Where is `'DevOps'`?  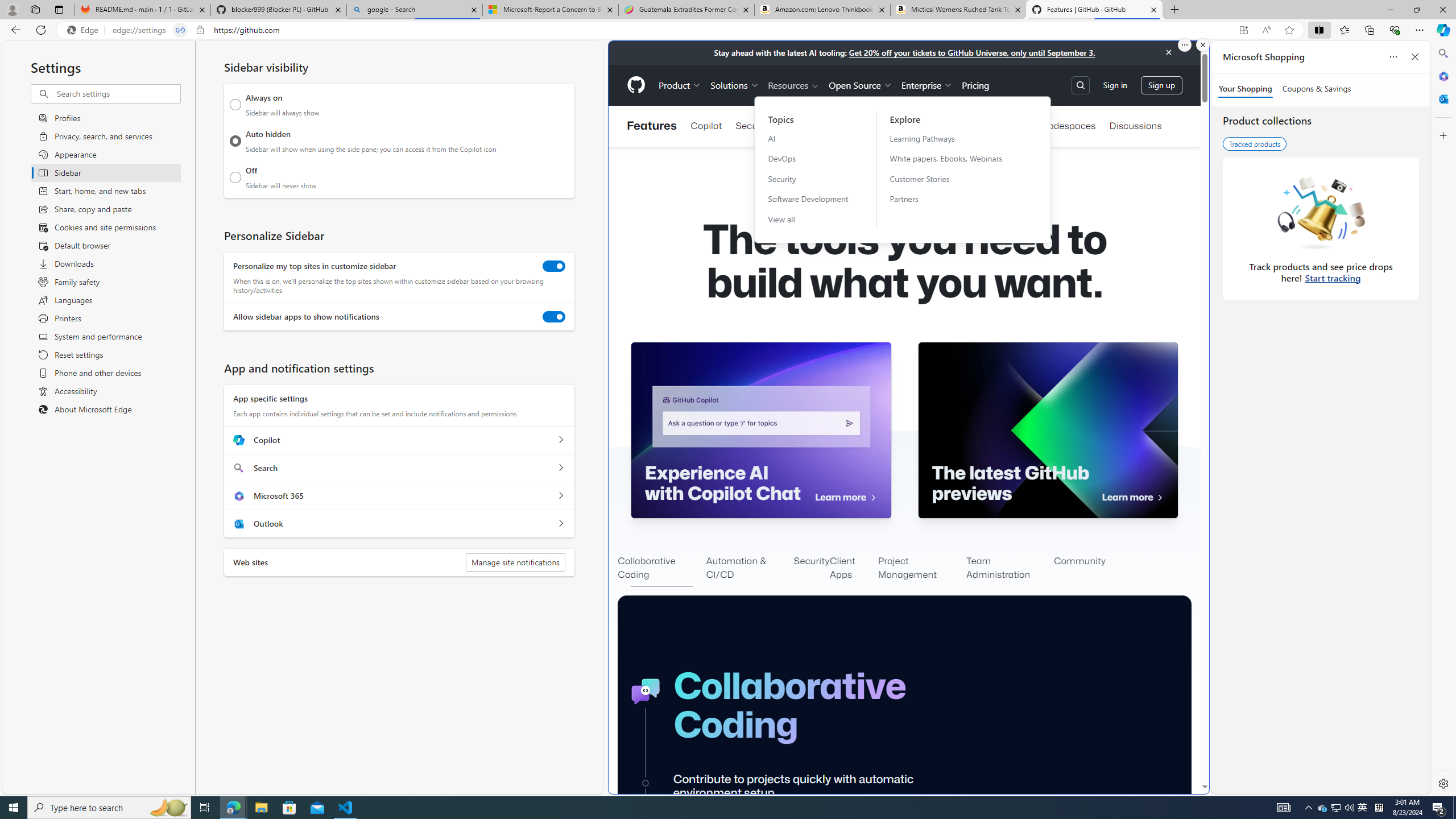 'DevOps' is located at coordinates (807, 158).